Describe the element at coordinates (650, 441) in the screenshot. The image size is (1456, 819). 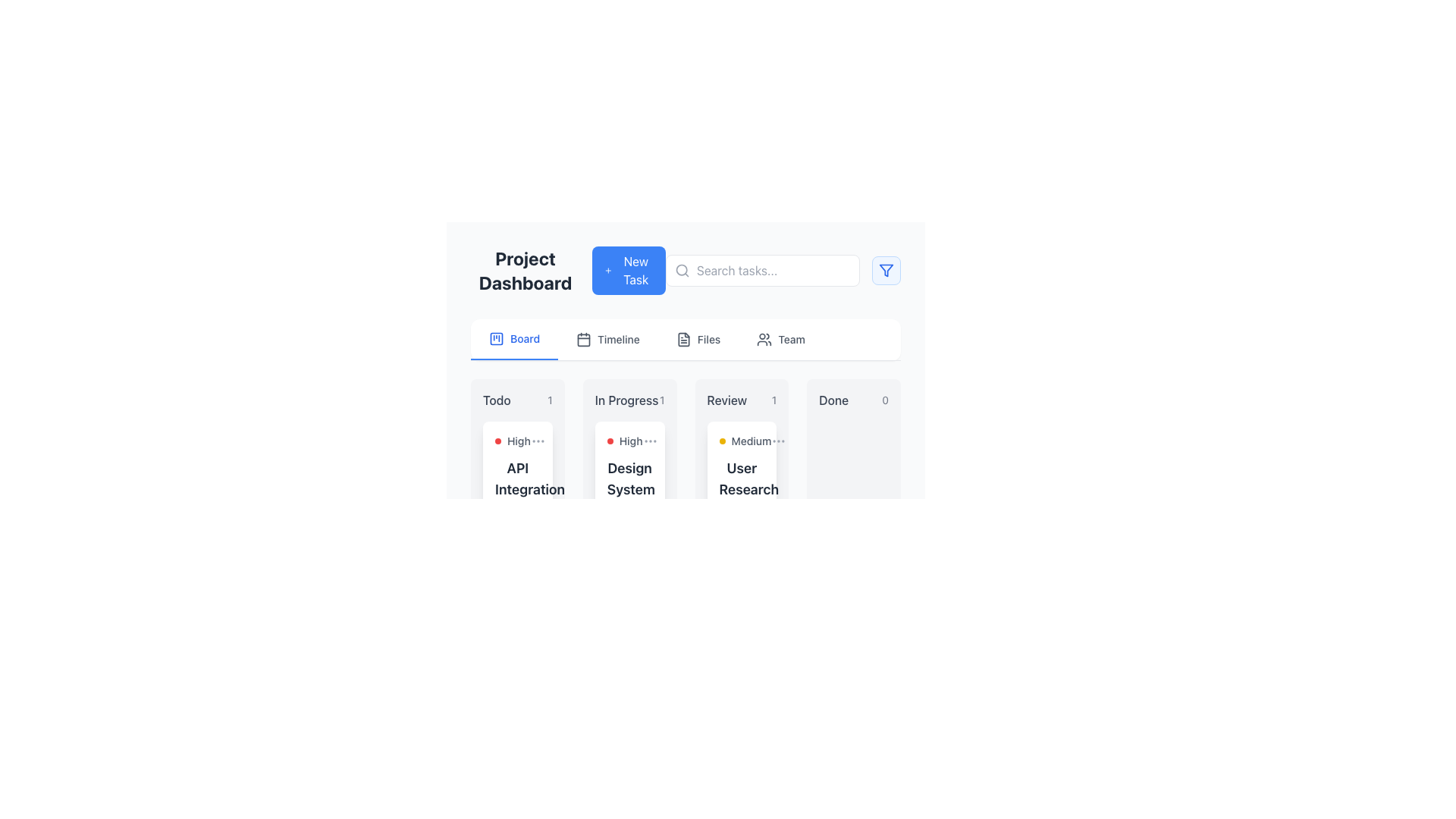
I see `the Icon button located in the 'In Progress' section of the task card labeled 'High'` at that location.